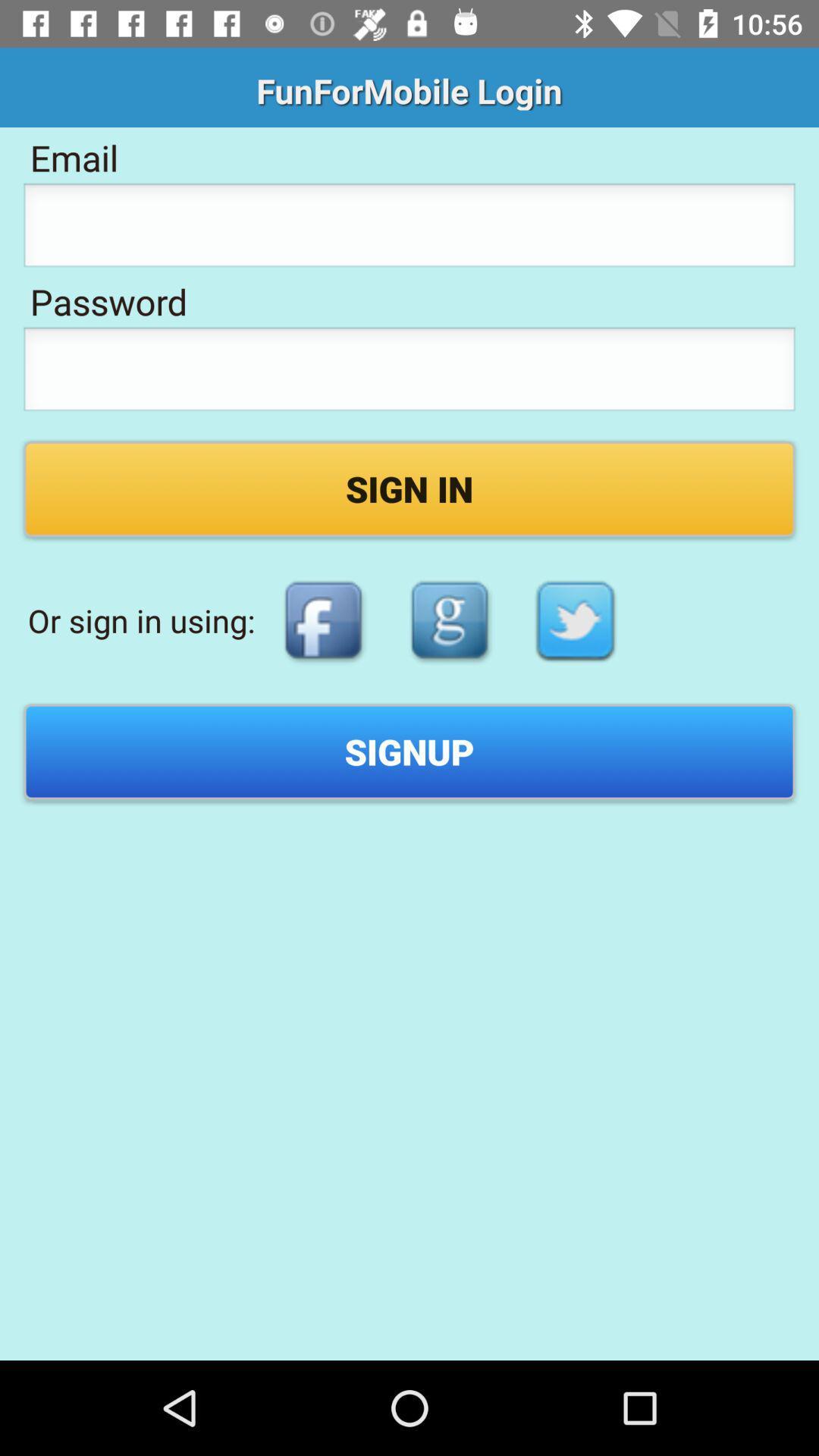 Image resolution: width=819 pixels, height=1456 pixels. I want to click on type password, so click(409, 373).